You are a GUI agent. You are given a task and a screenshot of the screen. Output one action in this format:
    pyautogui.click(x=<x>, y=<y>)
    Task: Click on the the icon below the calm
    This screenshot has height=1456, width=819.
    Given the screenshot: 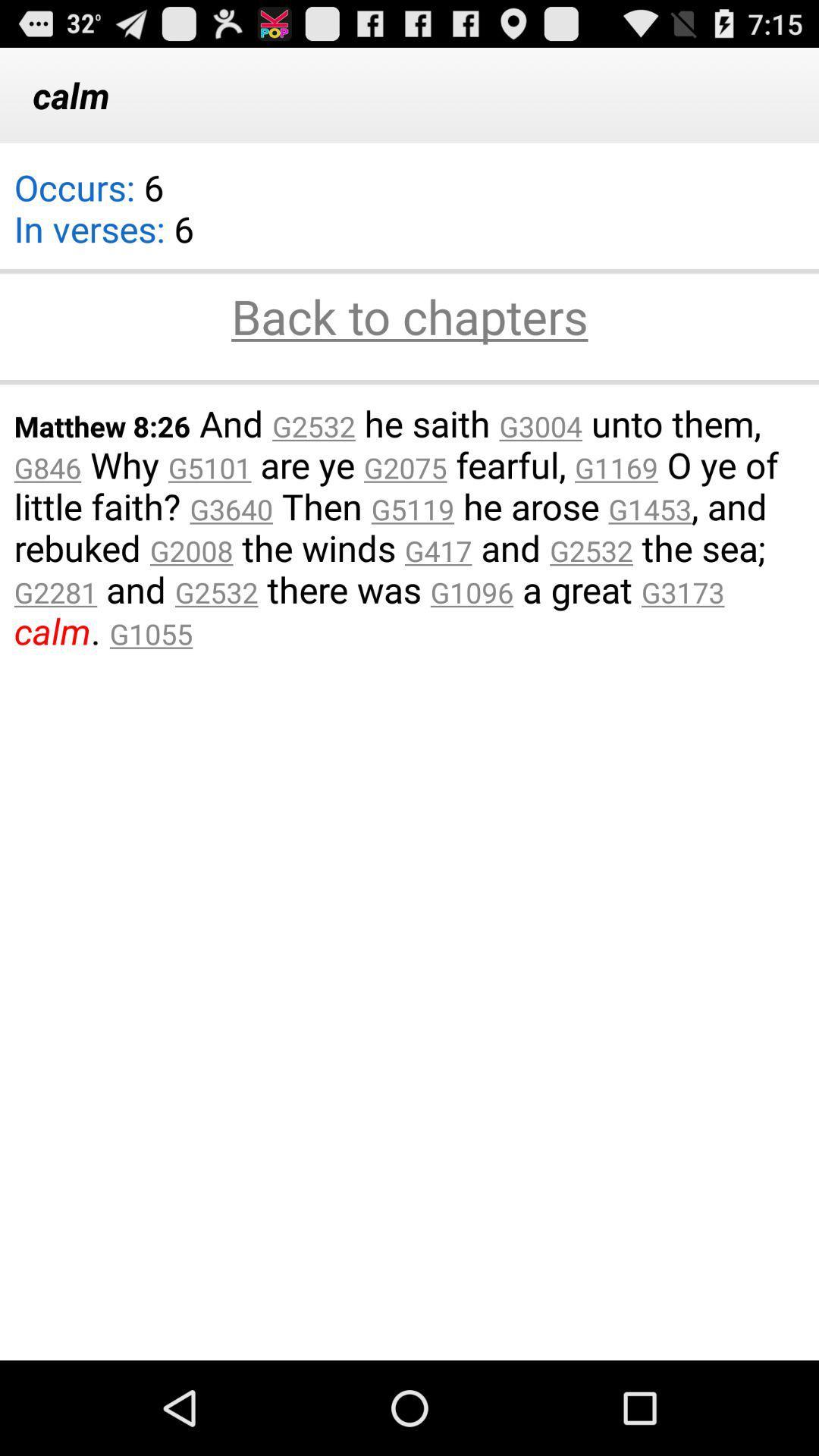 What is the action you would take?
    pyautogui.click(x=409, y=271)
    